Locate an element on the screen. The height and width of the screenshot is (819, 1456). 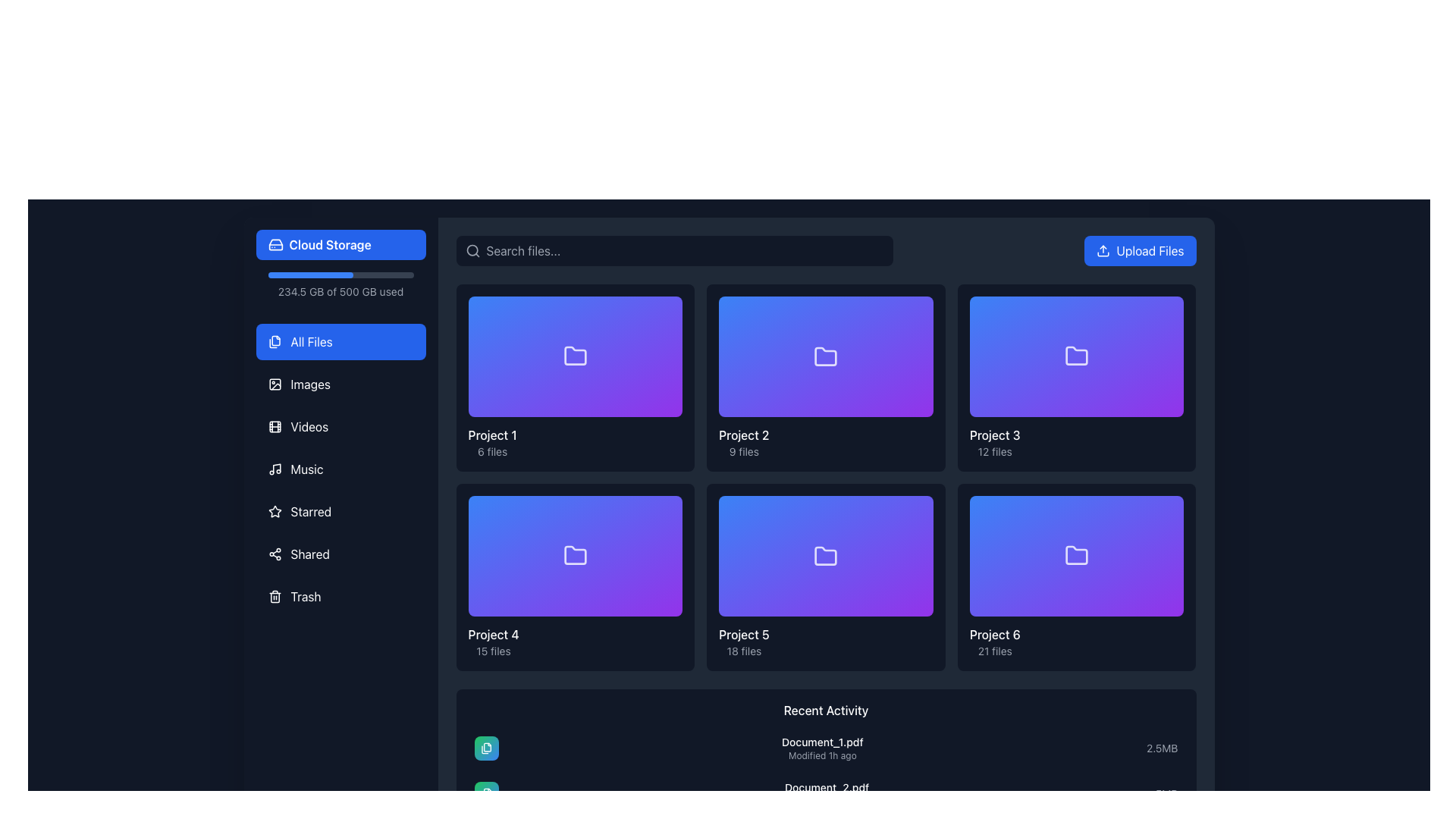
the Icon button representing the file 'Document_2.pdf', located to the left of its details is located at coordinates (486, 792).